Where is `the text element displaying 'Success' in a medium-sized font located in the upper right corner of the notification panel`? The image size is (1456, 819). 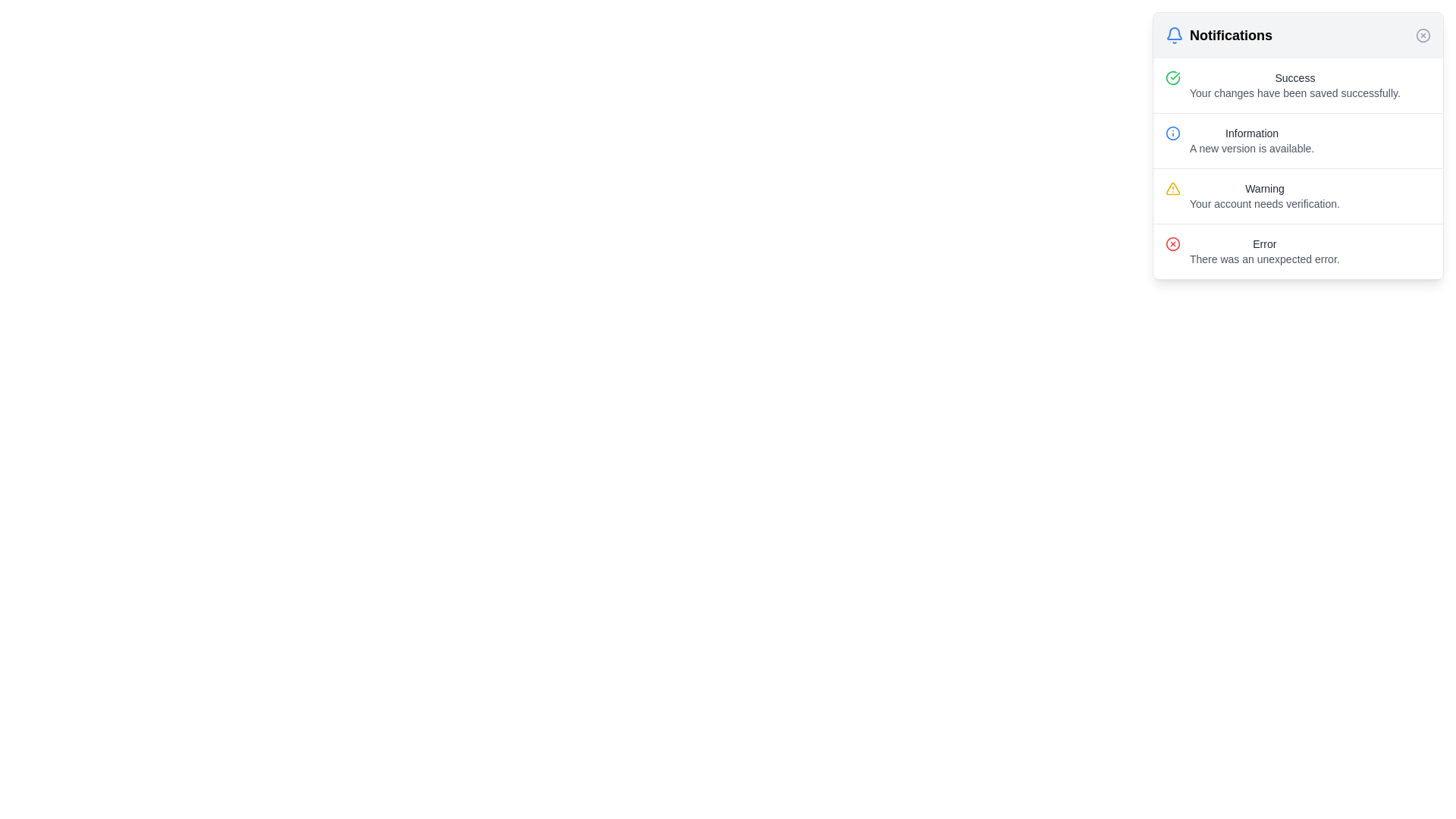 the text element displaying 'Success' in a medium-sized font located in the upper right corner of the notification panel is located at coordinates (1294, 78).